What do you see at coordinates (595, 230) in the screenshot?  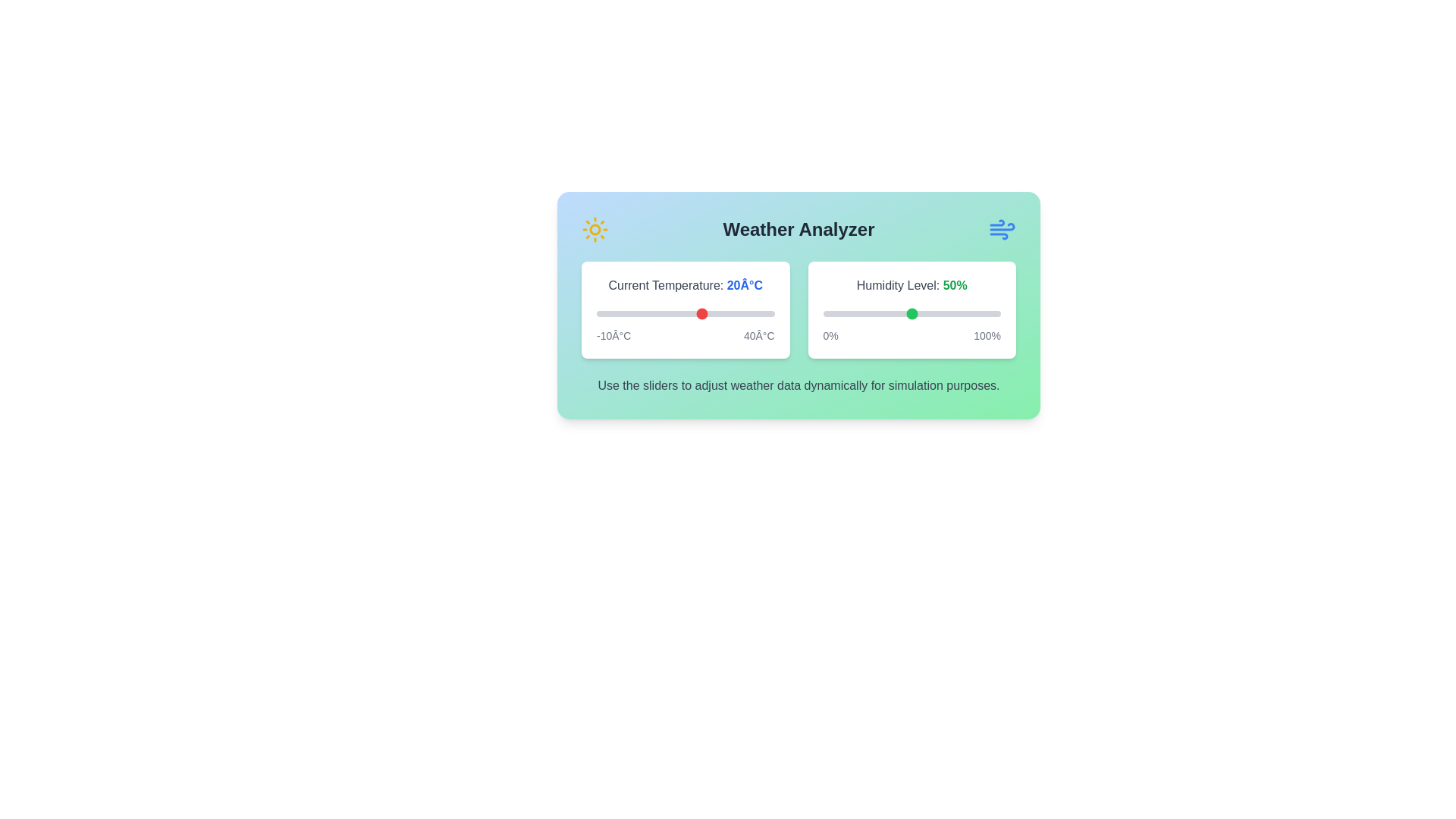 I see `the sun icon to interact with it` at bounding box center [595, 230].